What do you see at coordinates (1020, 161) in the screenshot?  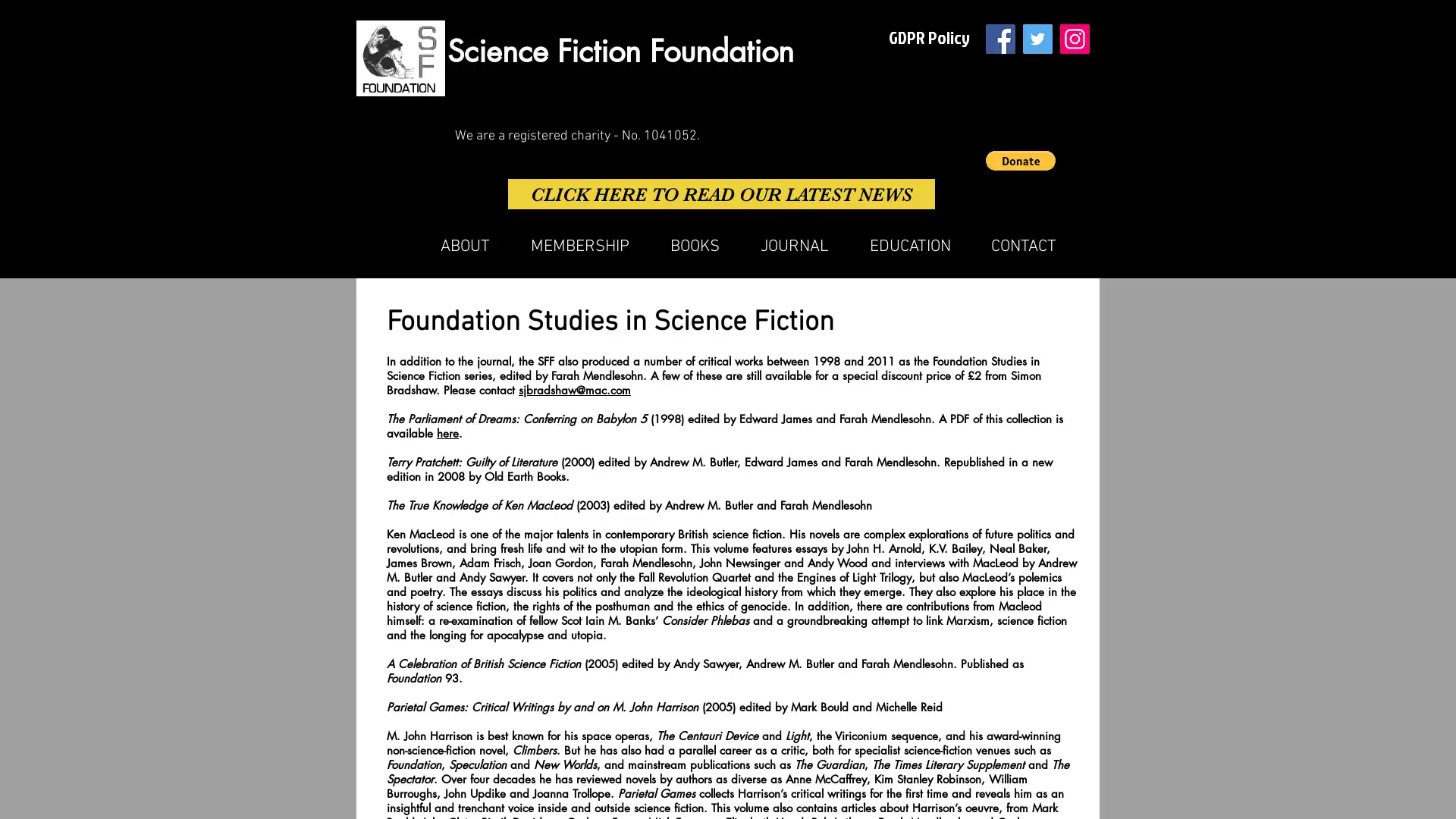 I see `Donate via PayPal` at bounding box center [1020, 161].